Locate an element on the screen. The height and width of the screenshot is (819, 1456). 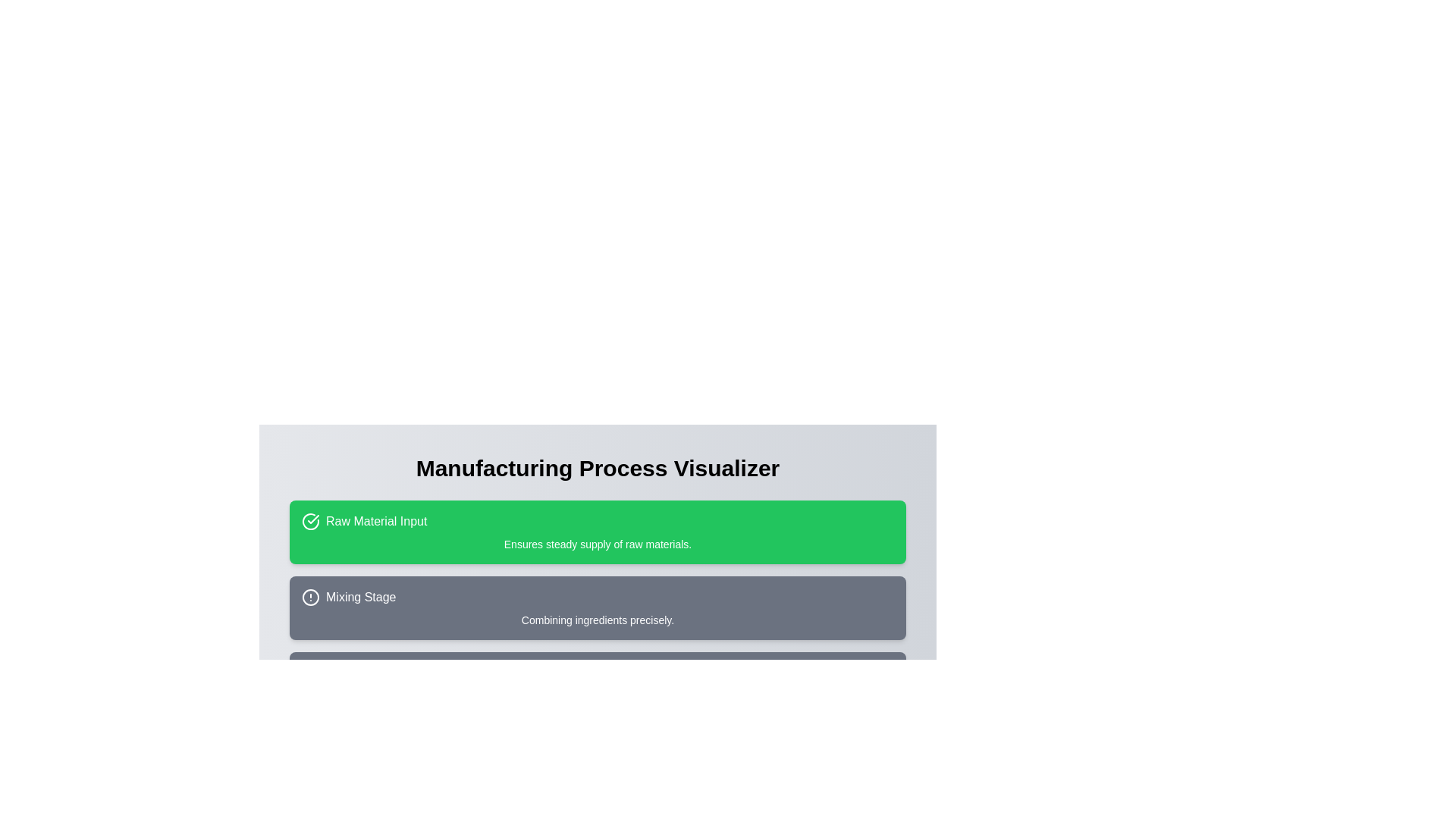
the Circle SVG element located in the lower section of the interface, which serves as a graphical component within an SVG group is located at coordinates (309, 748).